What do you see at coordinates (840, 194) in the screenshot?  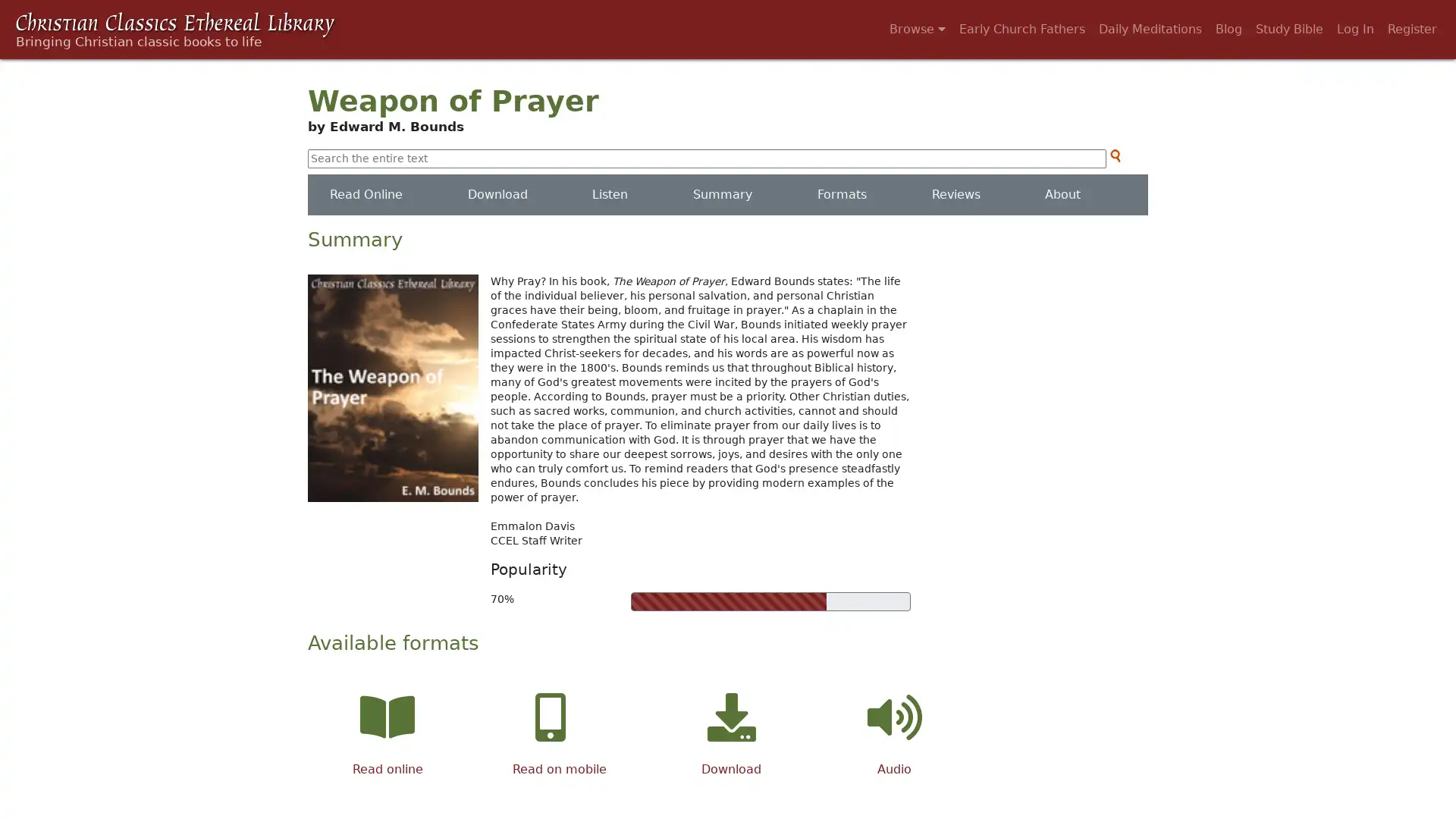 I see `Formats` at bounding box center [840, 194].